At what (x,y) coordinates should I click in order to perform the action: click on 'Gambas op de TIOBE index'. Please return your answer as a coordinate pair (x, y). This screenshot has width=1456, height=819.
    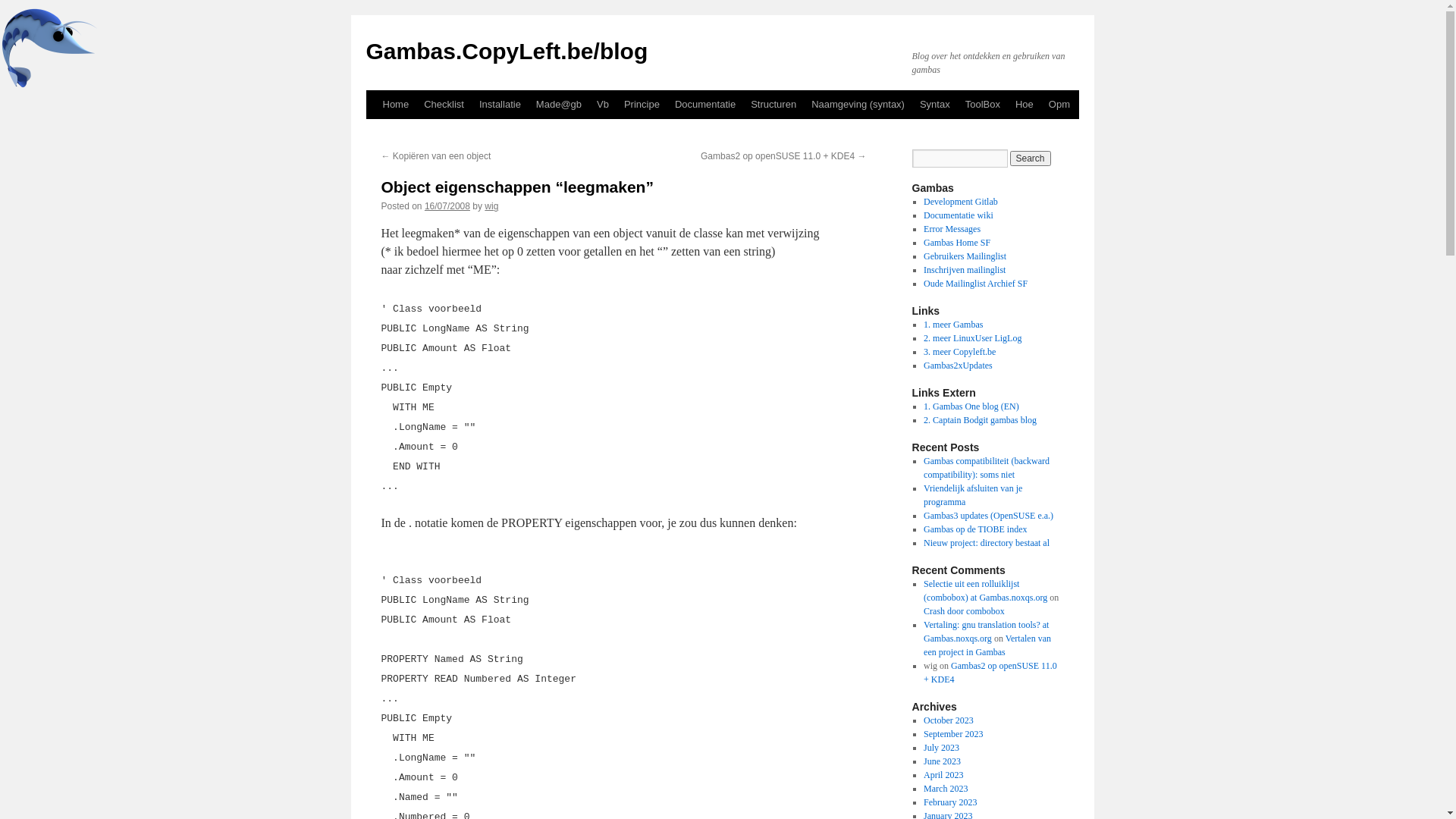
    Looking at the image, I should click on (975, 529).